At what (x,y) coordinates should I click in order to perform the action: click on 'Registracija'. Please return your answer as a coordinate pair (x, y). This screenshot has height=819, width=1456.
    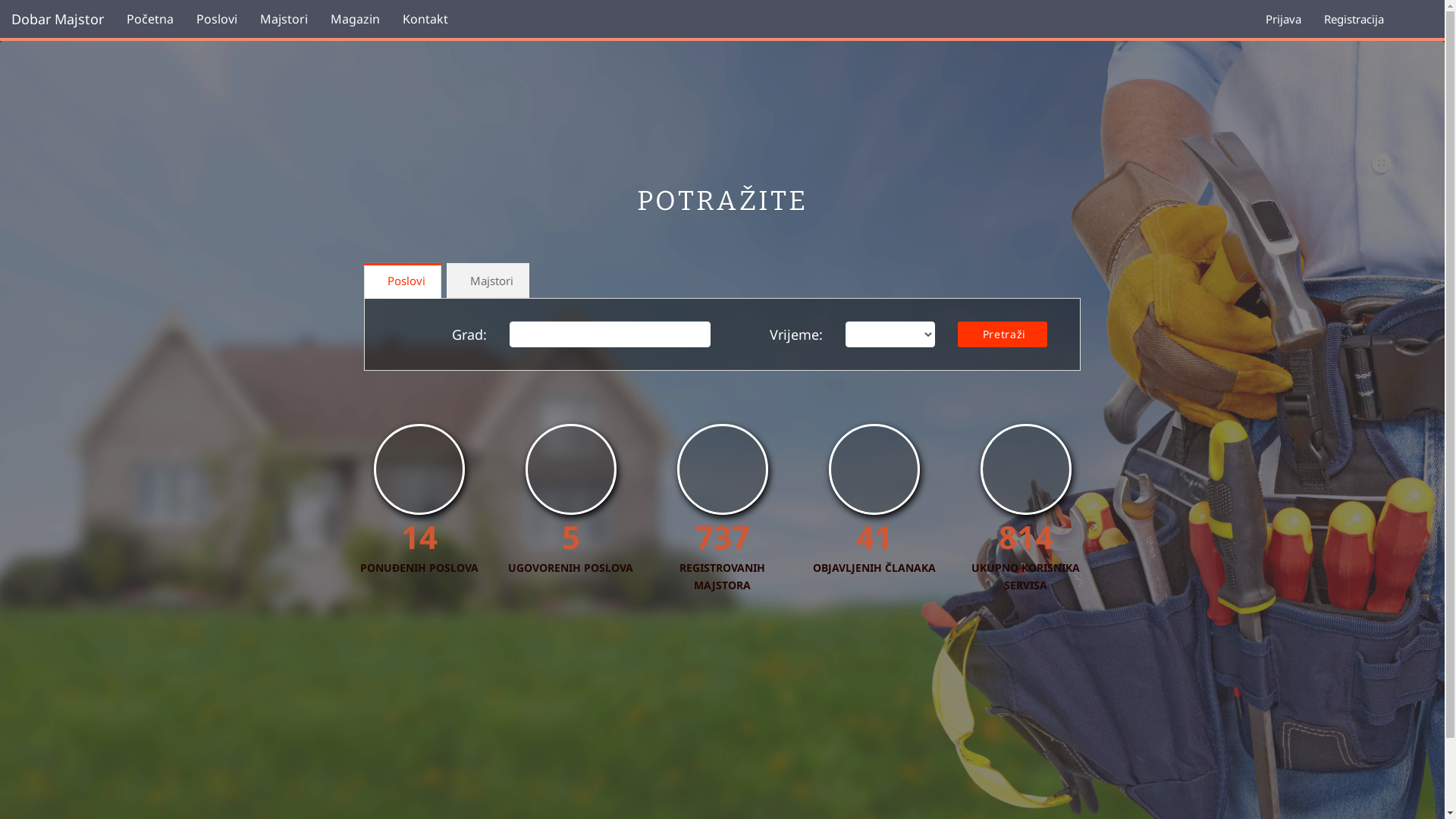
    Looking at the image, I should click on (1312, 18).